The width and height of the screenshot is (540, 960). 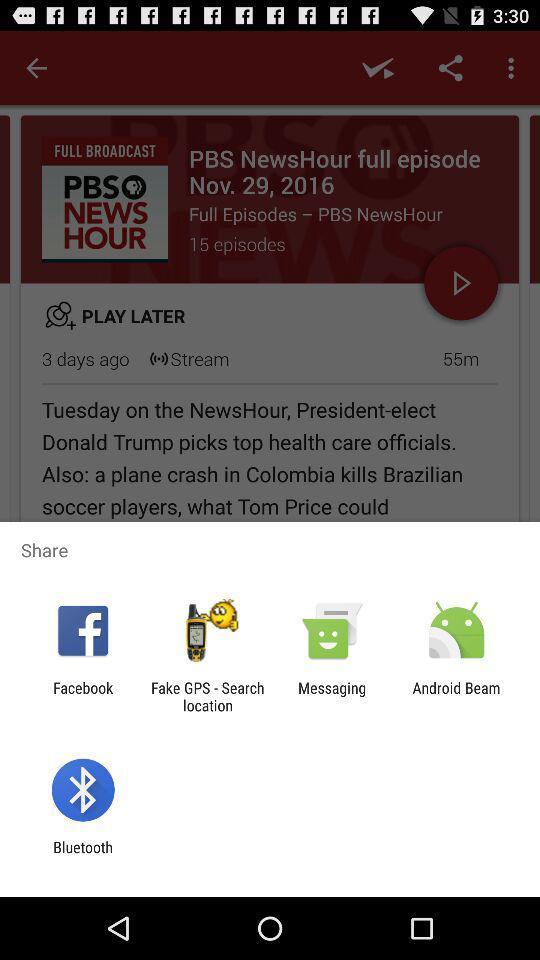 I want to click on bluetooth icon, so click(x=82, y=855).